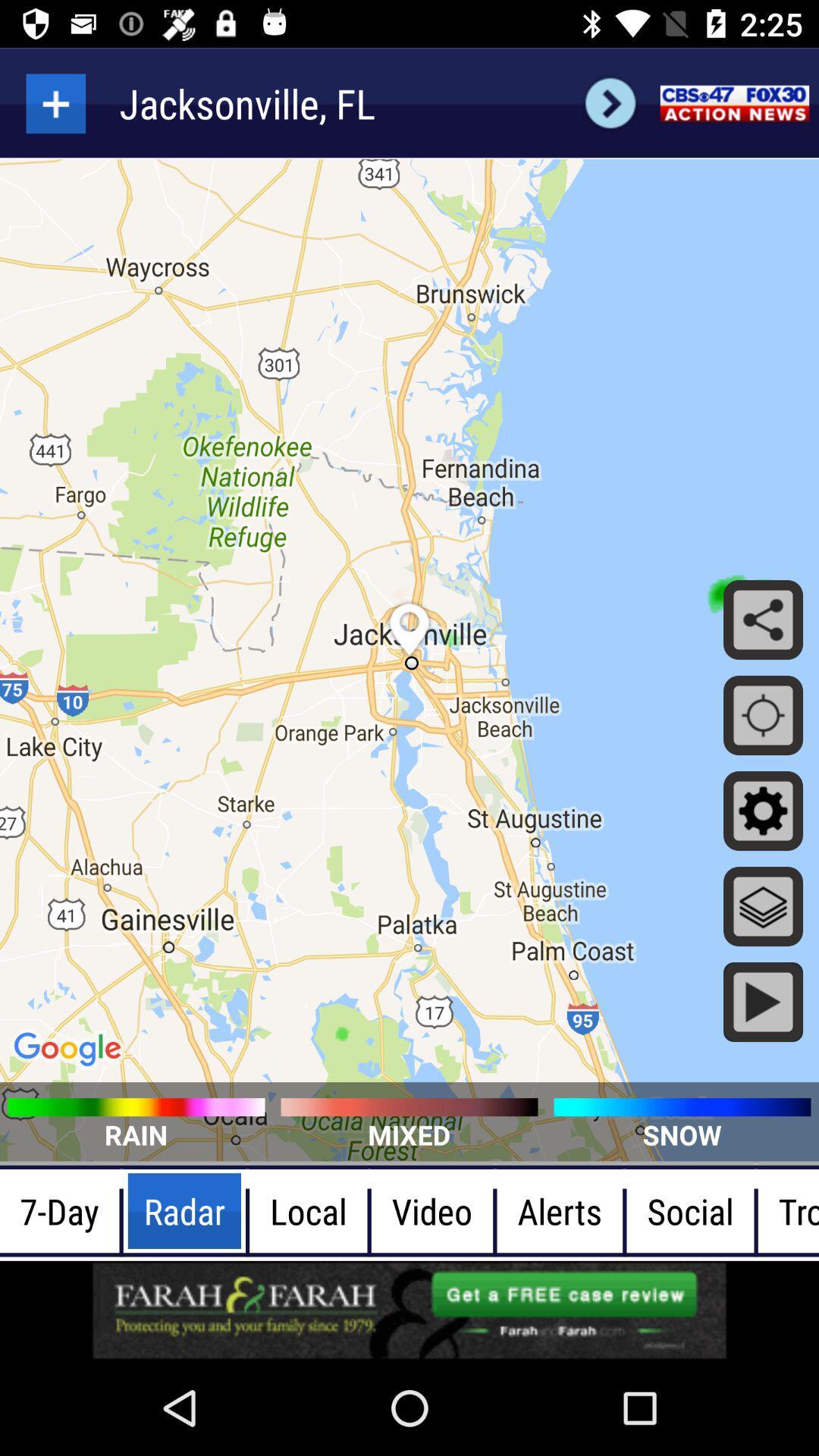 The height and width of the screenshot is (1456, 819). What do you see at coordinates (55, 102) in the screenshot?
I see `option` at bounding box center [55, 102].